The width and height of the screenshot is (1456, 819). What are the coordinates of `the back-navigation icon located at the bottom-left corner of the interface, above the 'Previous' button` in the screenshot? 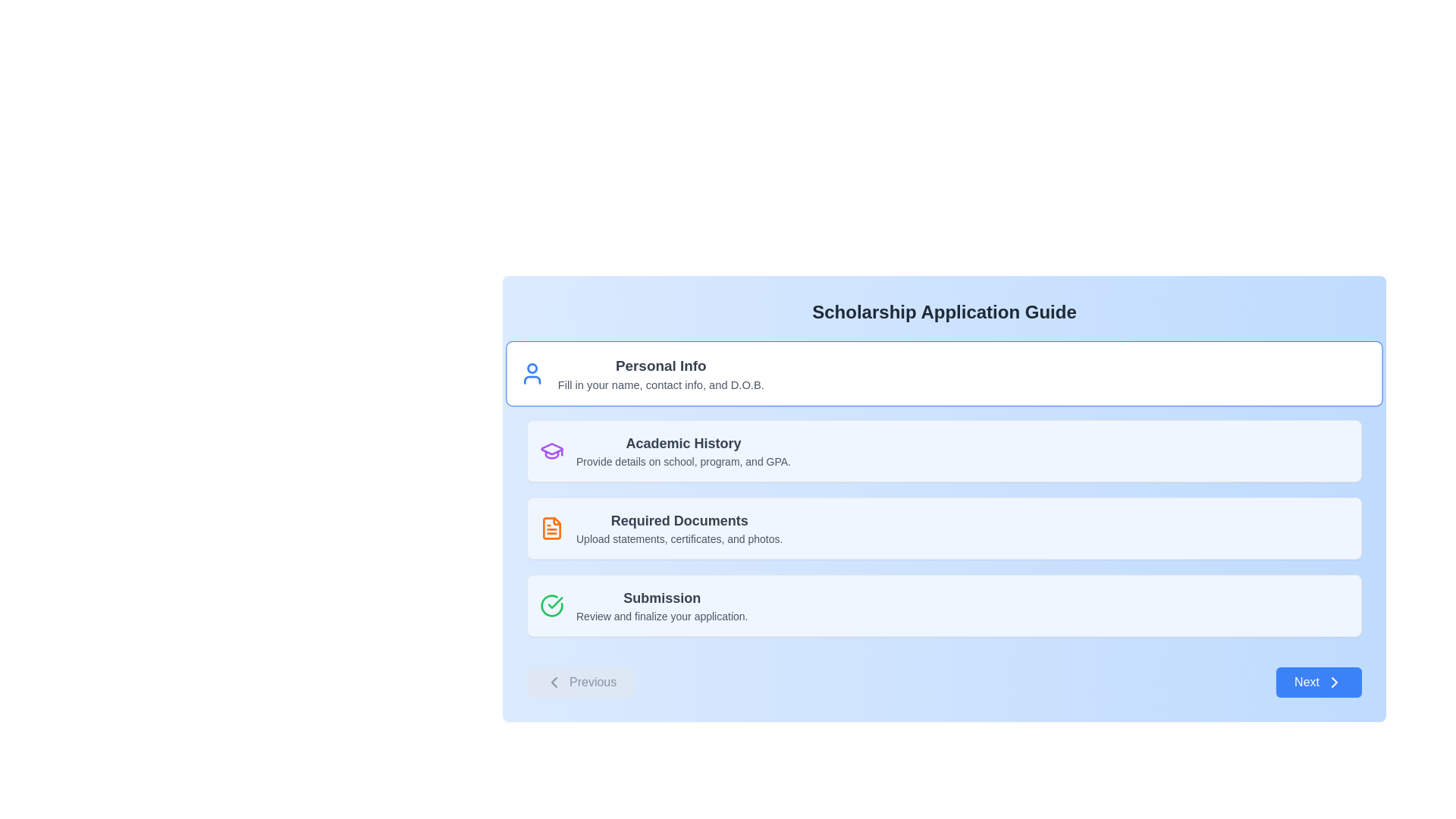 It's located at (553, 681).